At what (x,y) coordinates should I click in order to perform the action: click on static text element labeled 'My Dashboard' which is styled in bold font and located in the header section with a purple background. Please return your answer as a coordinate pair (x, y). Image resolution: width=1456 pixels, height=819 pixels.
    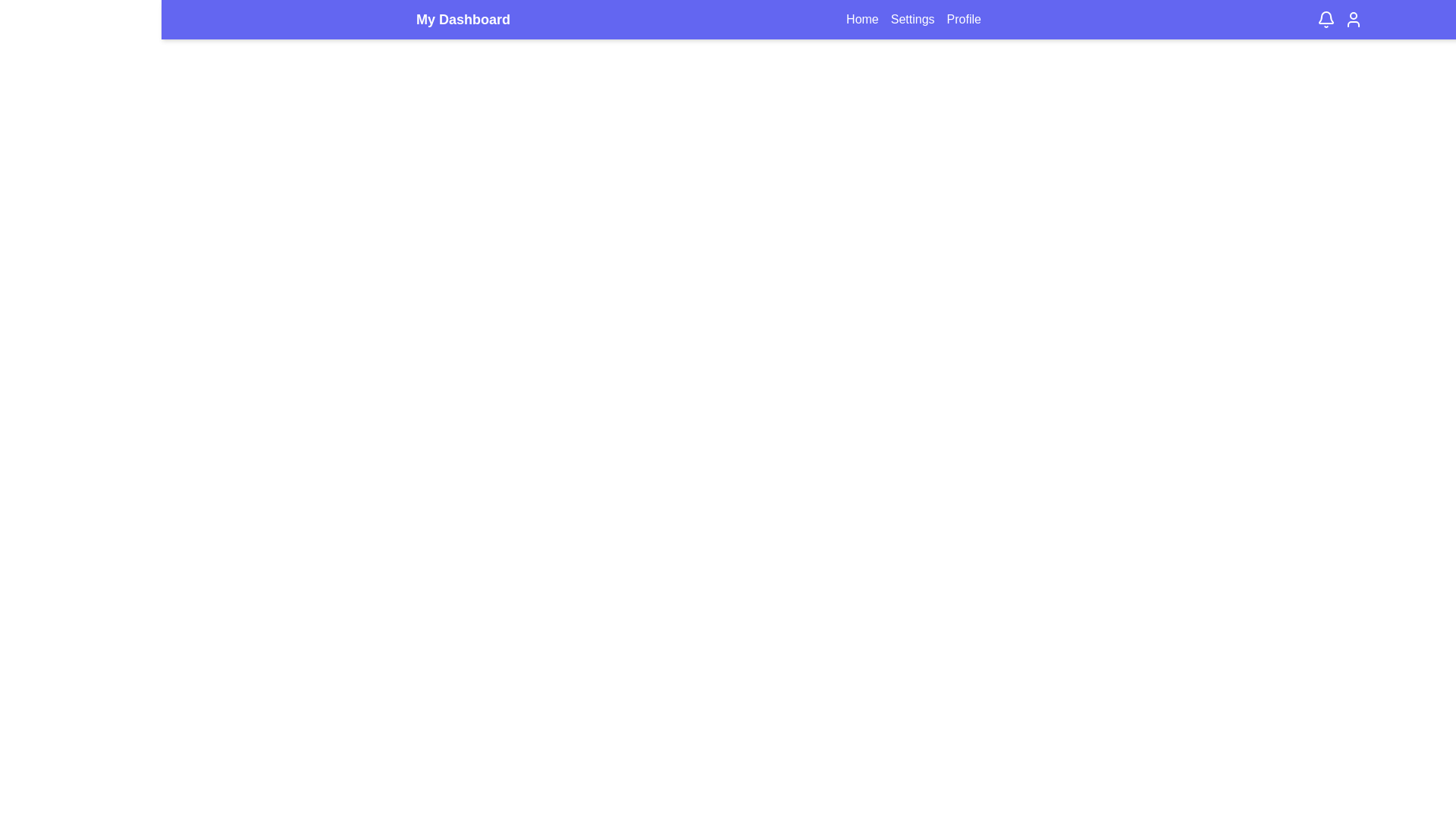
    Looking at the image, I should click on (462, 20).